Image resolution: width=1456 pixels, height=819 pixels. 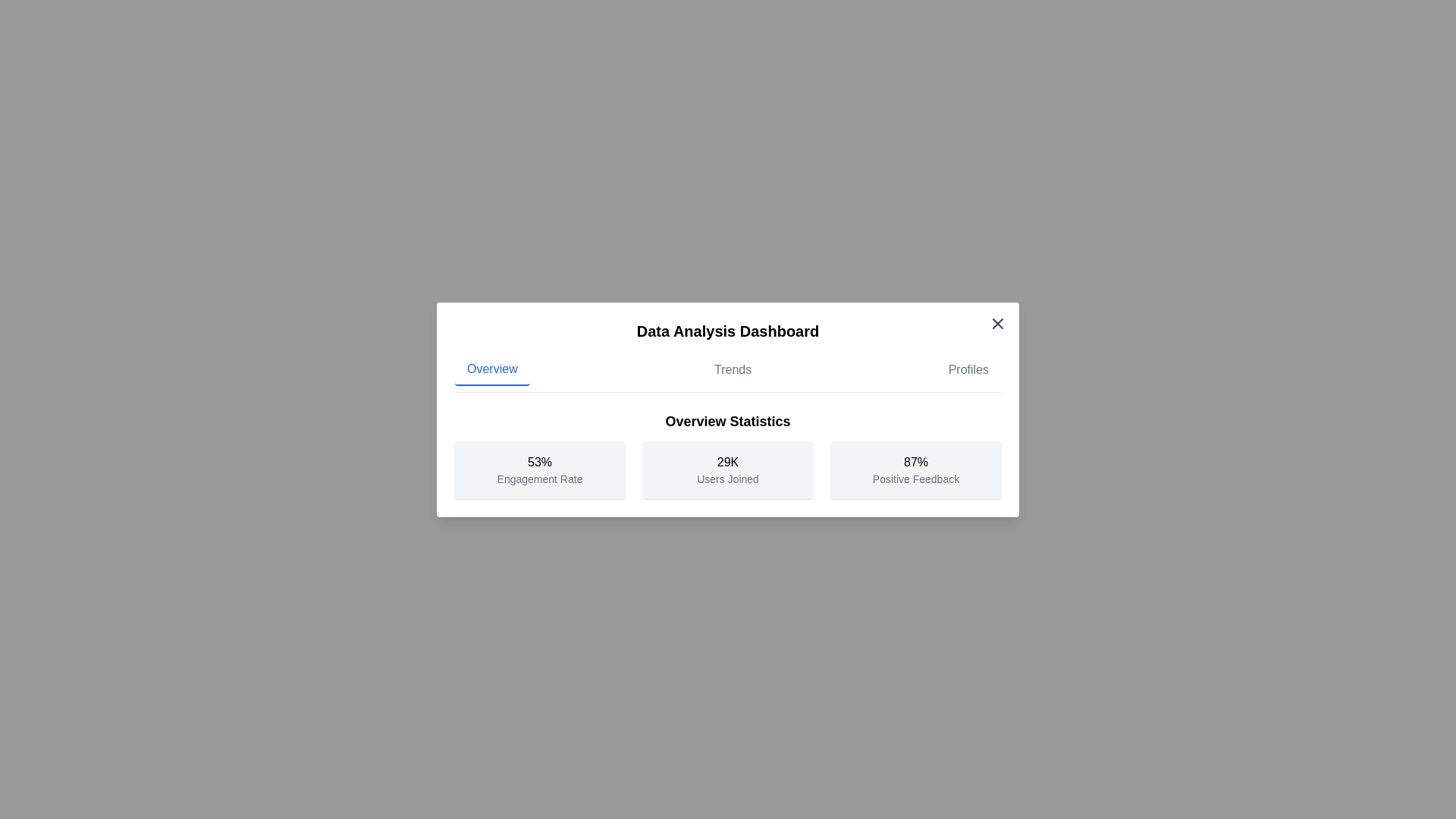 What do you see at coordinates (539, 469) in the screenshot?
I see `the Informational Card displaying the engagement rate metric ('53%') located in the Overview Statistics section, which is the first card in a row of three` at bounding box center [539, 469].